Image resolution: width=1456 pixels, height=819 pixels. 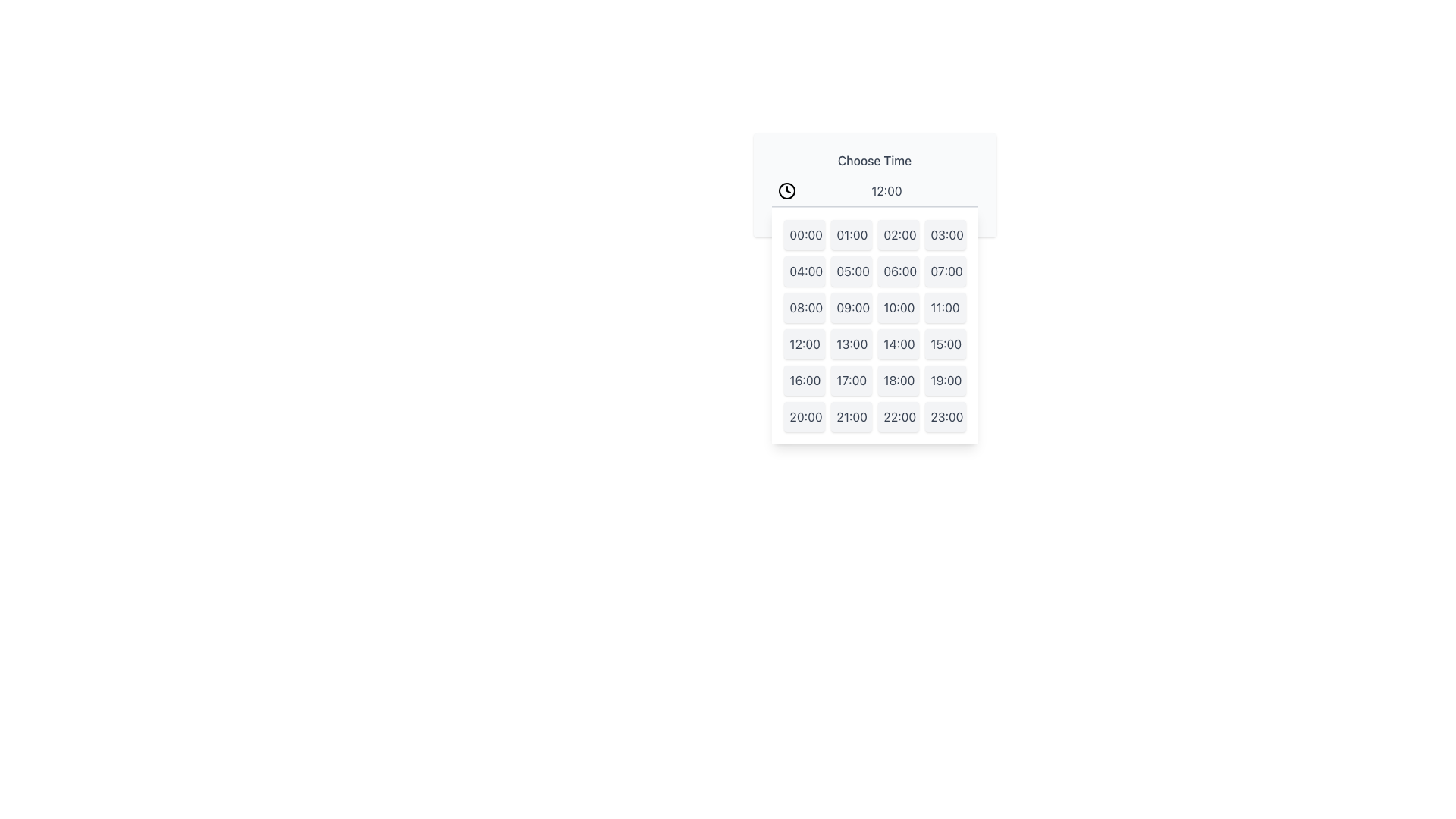 I want to click on the currently displayed time text in the time picker for further interaction, located under the 'Choose Time' label and aligned with the clock icon, so click(x=874, y=184).